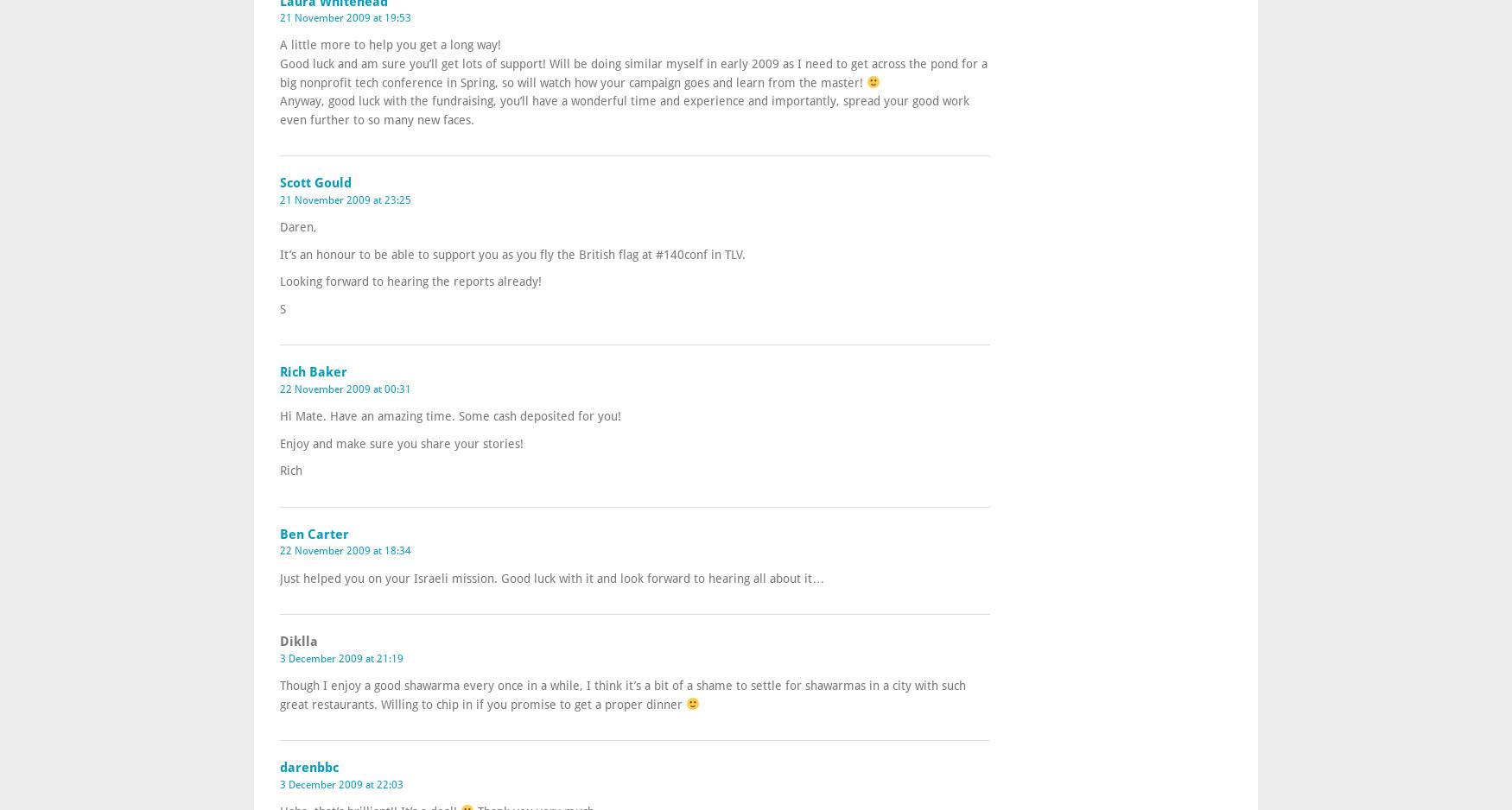  What do you see at coordinates (279, 470) in the screenshot?
I see `'Rich'` at bounding box center [279, 470].